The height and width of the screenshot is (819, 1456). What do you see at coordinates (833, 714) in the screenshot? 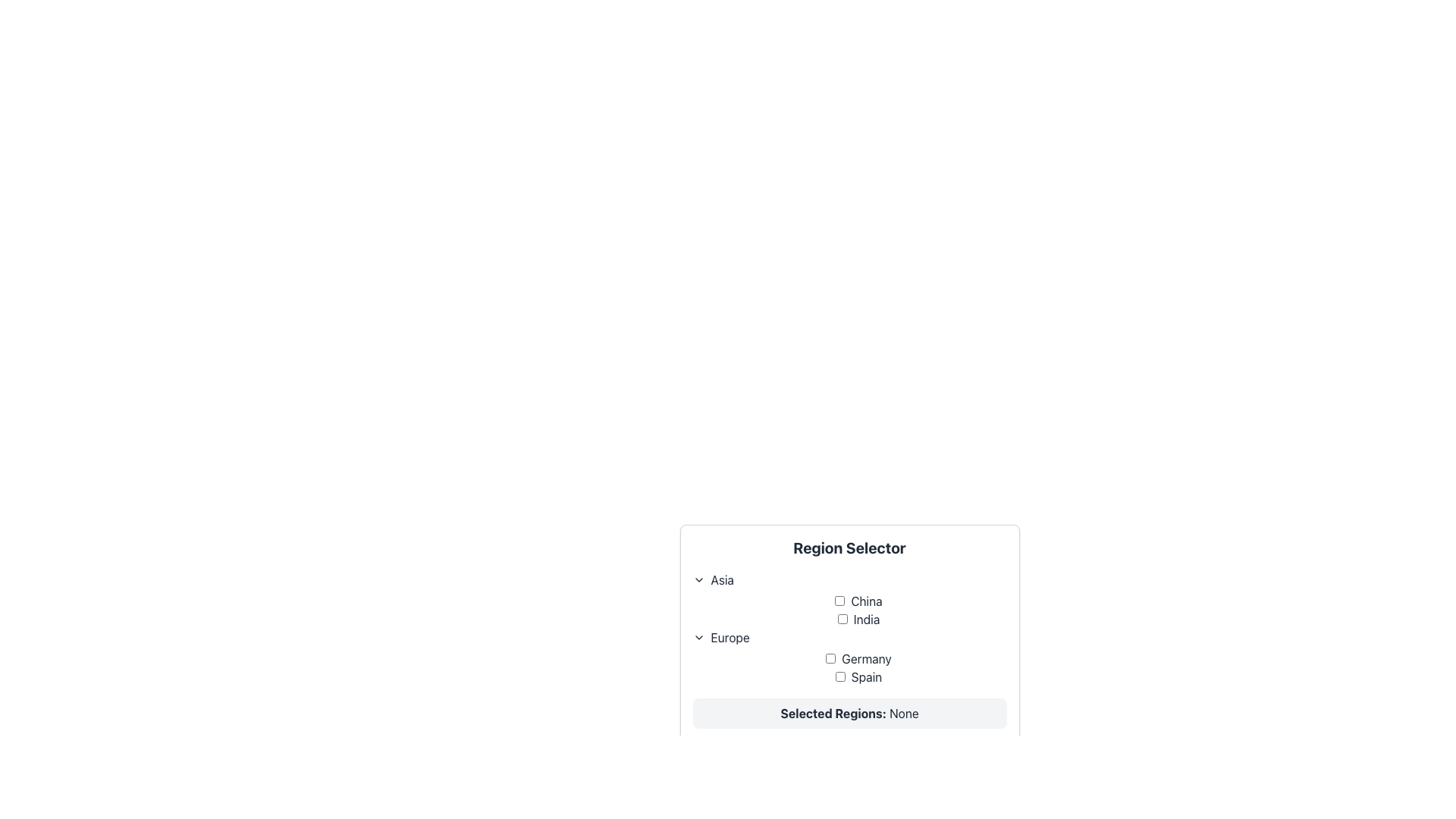
I see `the text label displaying 'Selected Regions:' which is styled in bold on a light gray background` at bounding box center [833, 714].